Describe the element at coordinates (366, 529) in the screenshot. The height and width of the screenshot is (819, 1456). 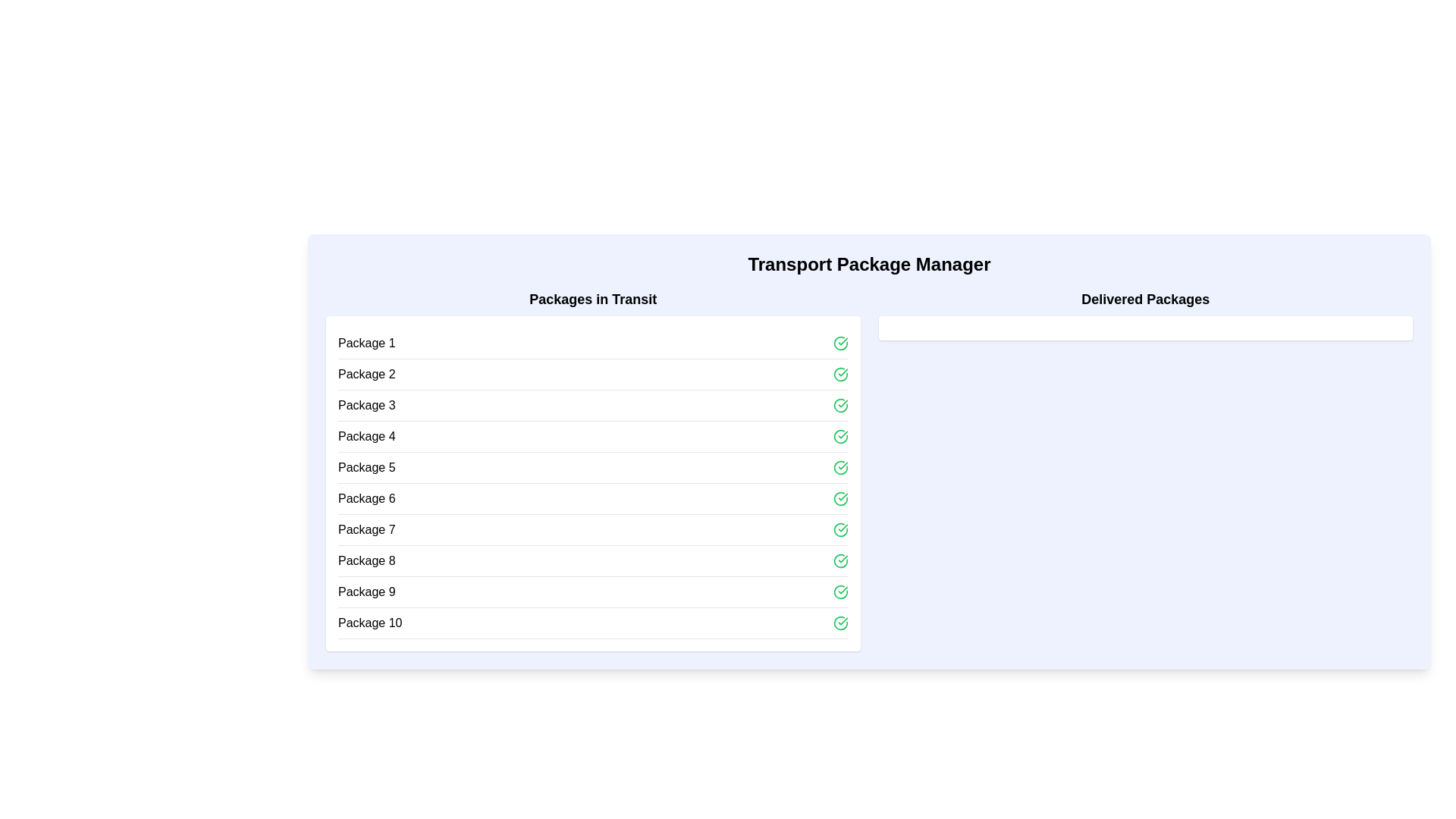
I see `the text label displaying 'Package 7', which is the seventh item in a vertical list of packages under the header 'Packages in Transit'` at that location.